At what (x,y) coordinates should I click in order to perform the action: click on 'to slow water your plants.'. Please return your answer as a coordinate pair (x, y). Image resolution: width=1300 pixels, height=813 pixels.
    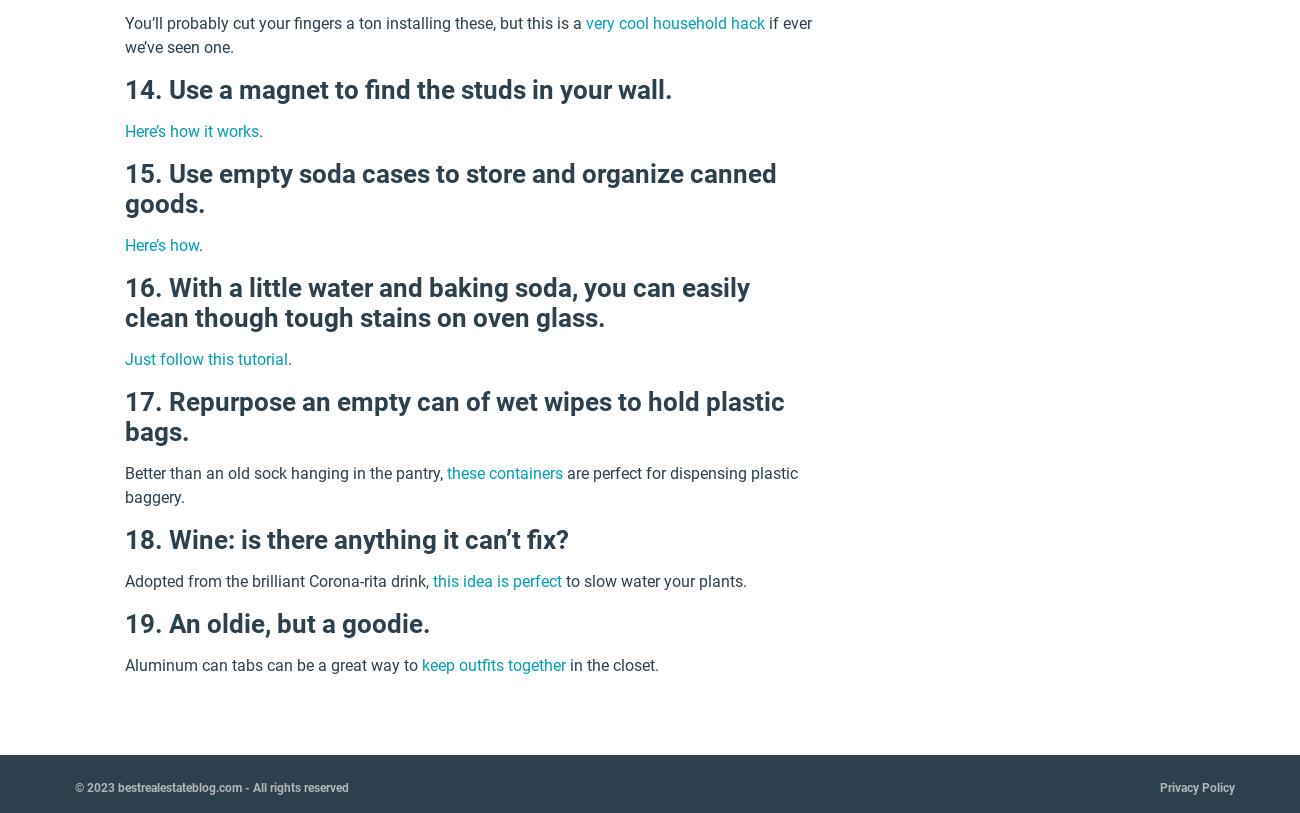
    Looking at the image, I should click on (653, 581).